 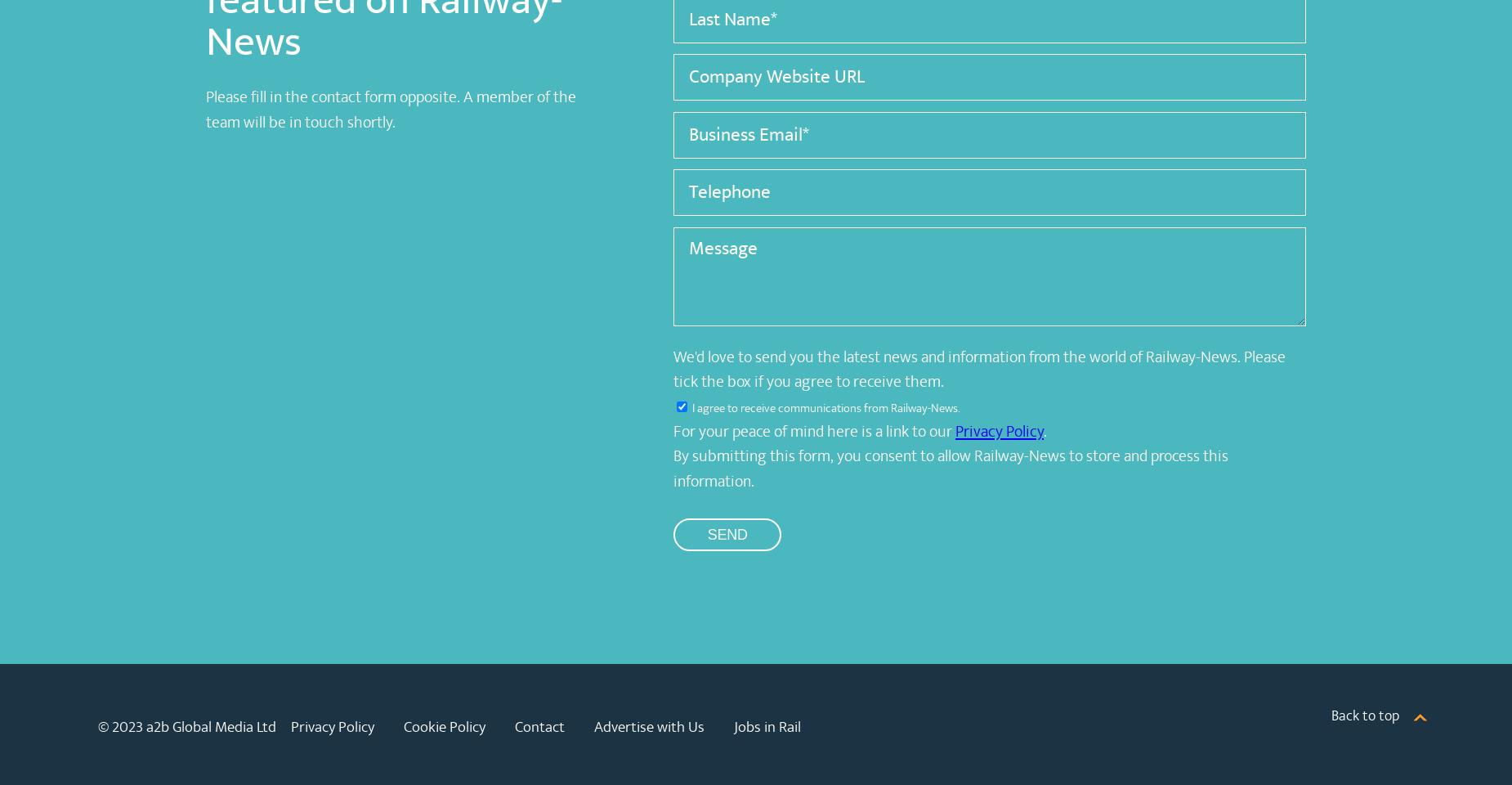 I want to click on 'I agree to receive communications from Railway-News.', so click(x=825, y=406).